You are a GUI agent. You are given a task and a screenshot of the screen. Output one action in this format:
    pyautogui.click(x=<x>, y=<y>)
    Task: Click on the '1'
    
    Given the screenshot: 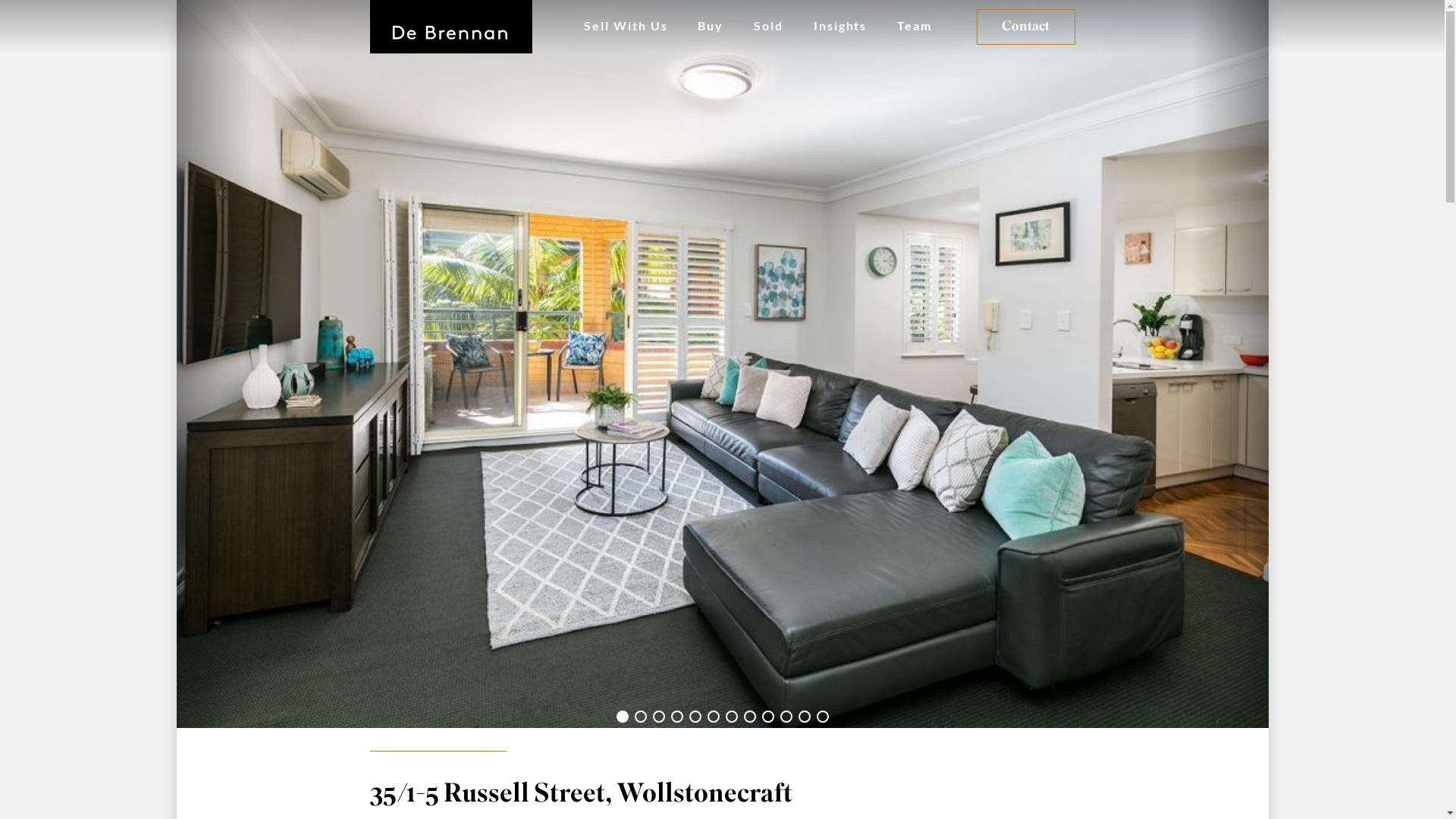 What is the action you would take?
    pyautogui.click(x=622, y=717)
    